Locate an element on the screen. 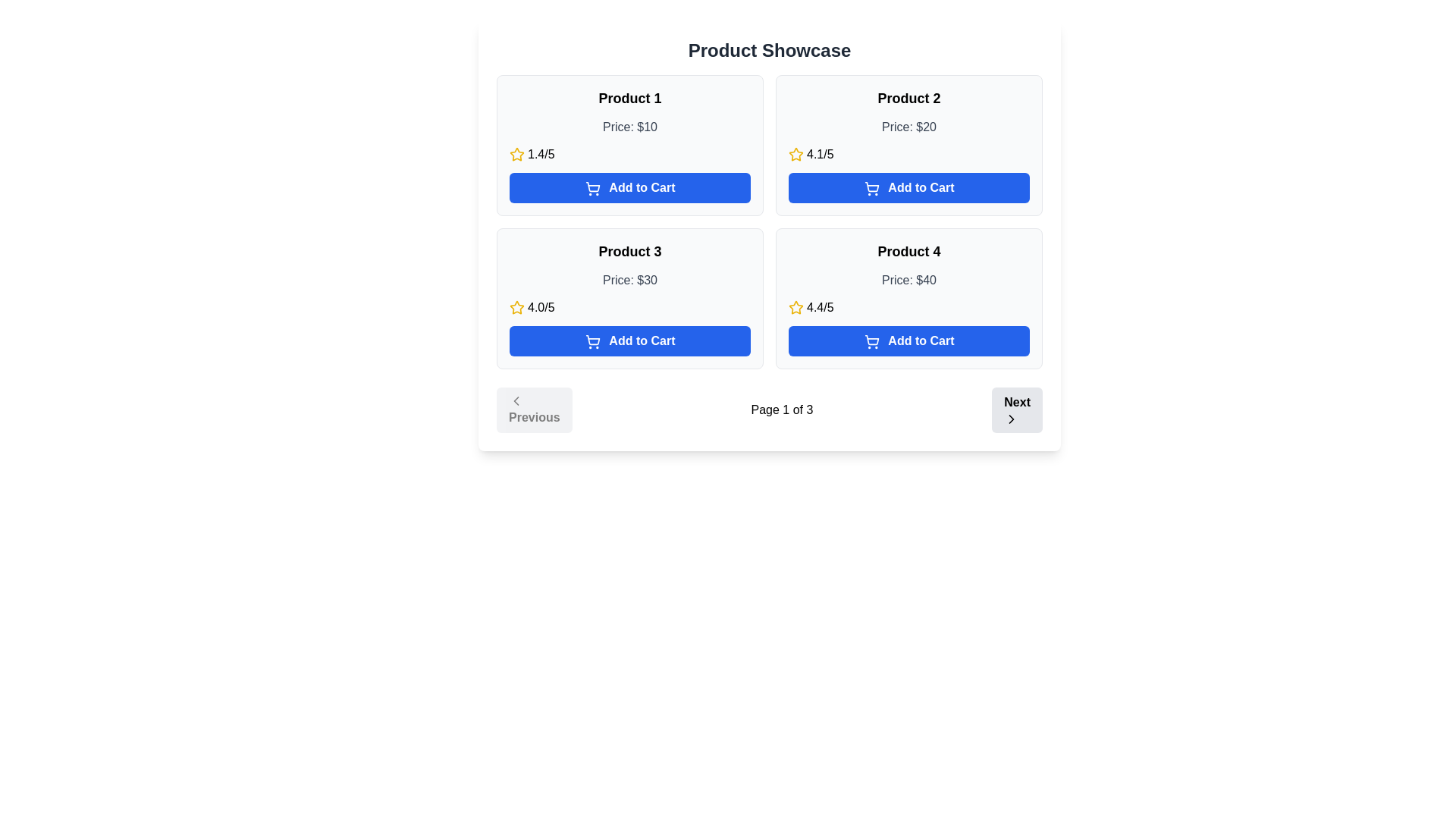 The image size is (1456, 819). the text element displaying 'Product 4', which is a bold heading located in the bottom-right corner of the grid layout containing product cards is located at coordinates (909, 250).